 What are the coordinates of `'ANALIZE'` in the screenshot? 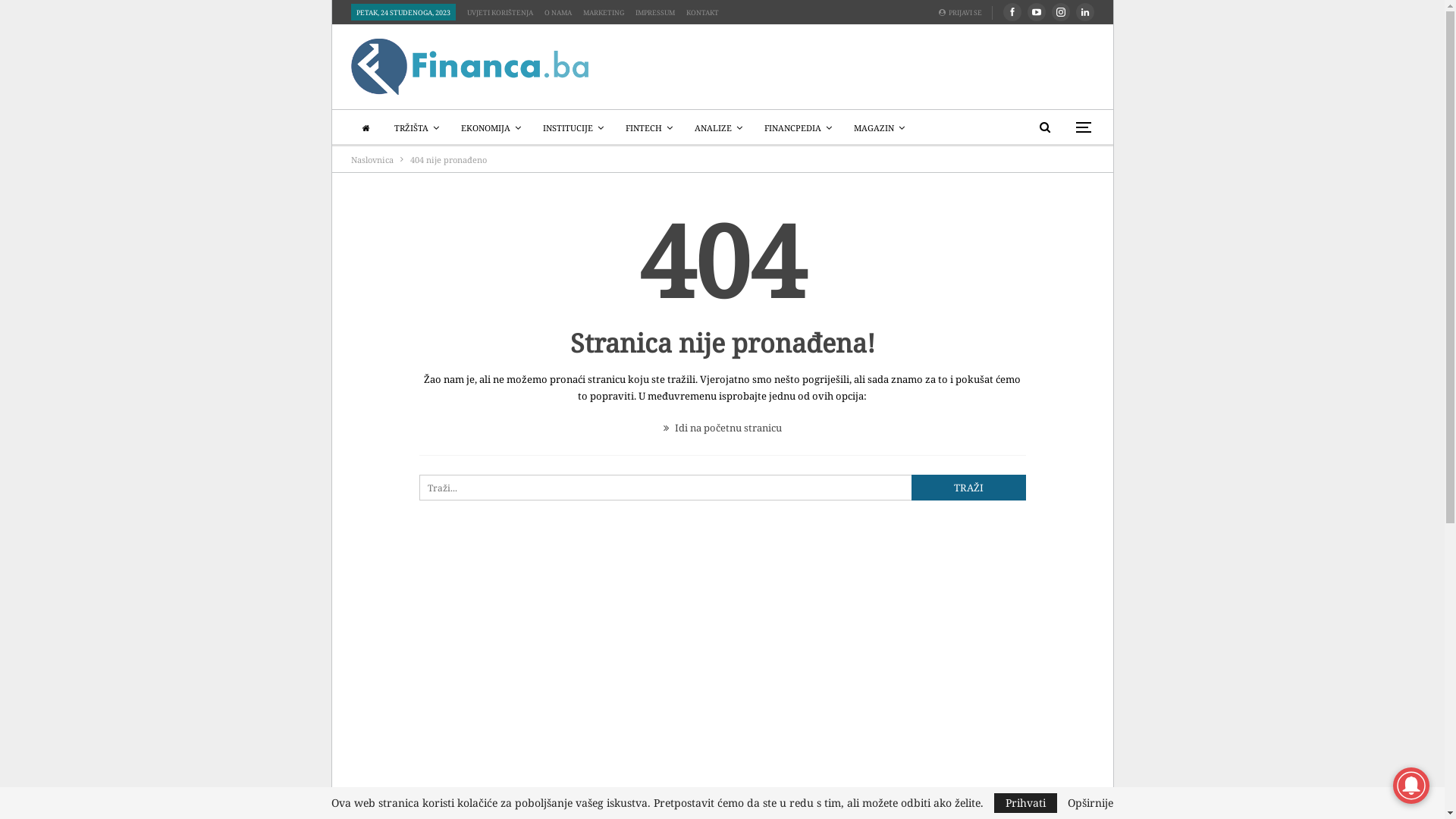 It's located at (717, 127).